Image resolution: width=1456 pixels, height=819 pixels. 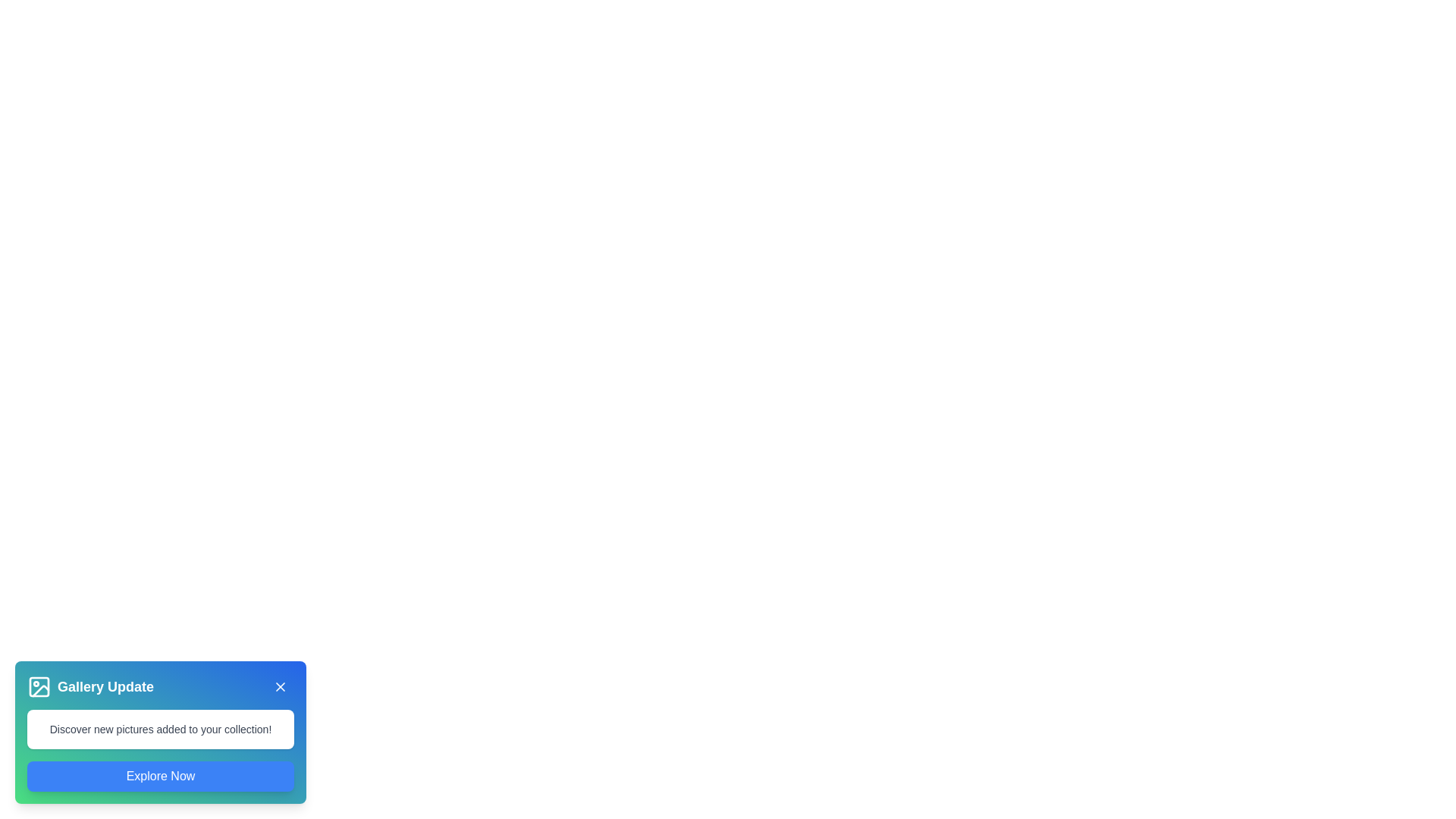 I want to click on the 'Explore Now' button to trigger the action, so click(x=160, y=776).